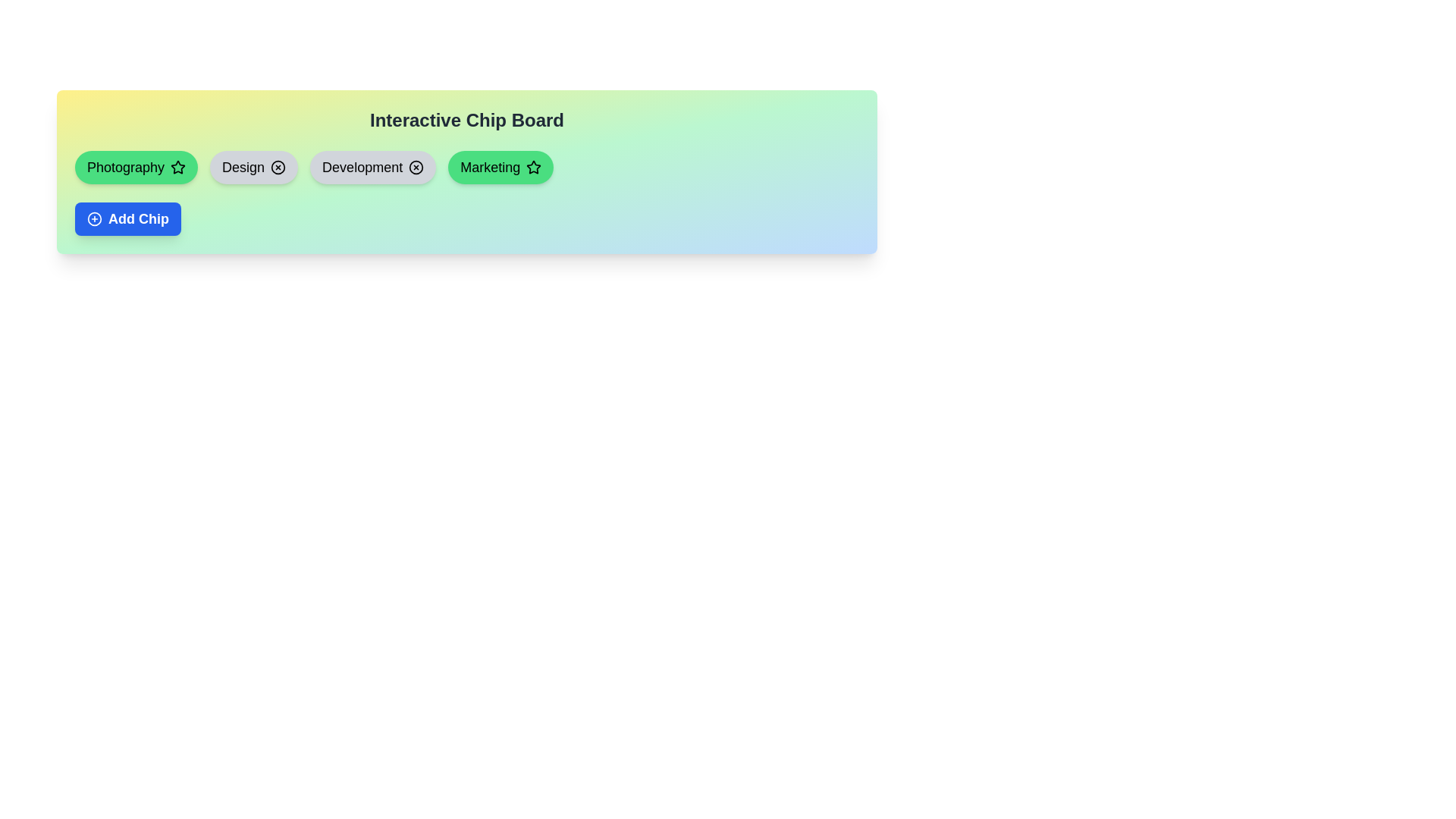 The height and width of the screenshot is (819, 1456). I want to click on the star icon within the green 'Marketing' button, which indicates a favorite status or special categorization, so click(534, 167).